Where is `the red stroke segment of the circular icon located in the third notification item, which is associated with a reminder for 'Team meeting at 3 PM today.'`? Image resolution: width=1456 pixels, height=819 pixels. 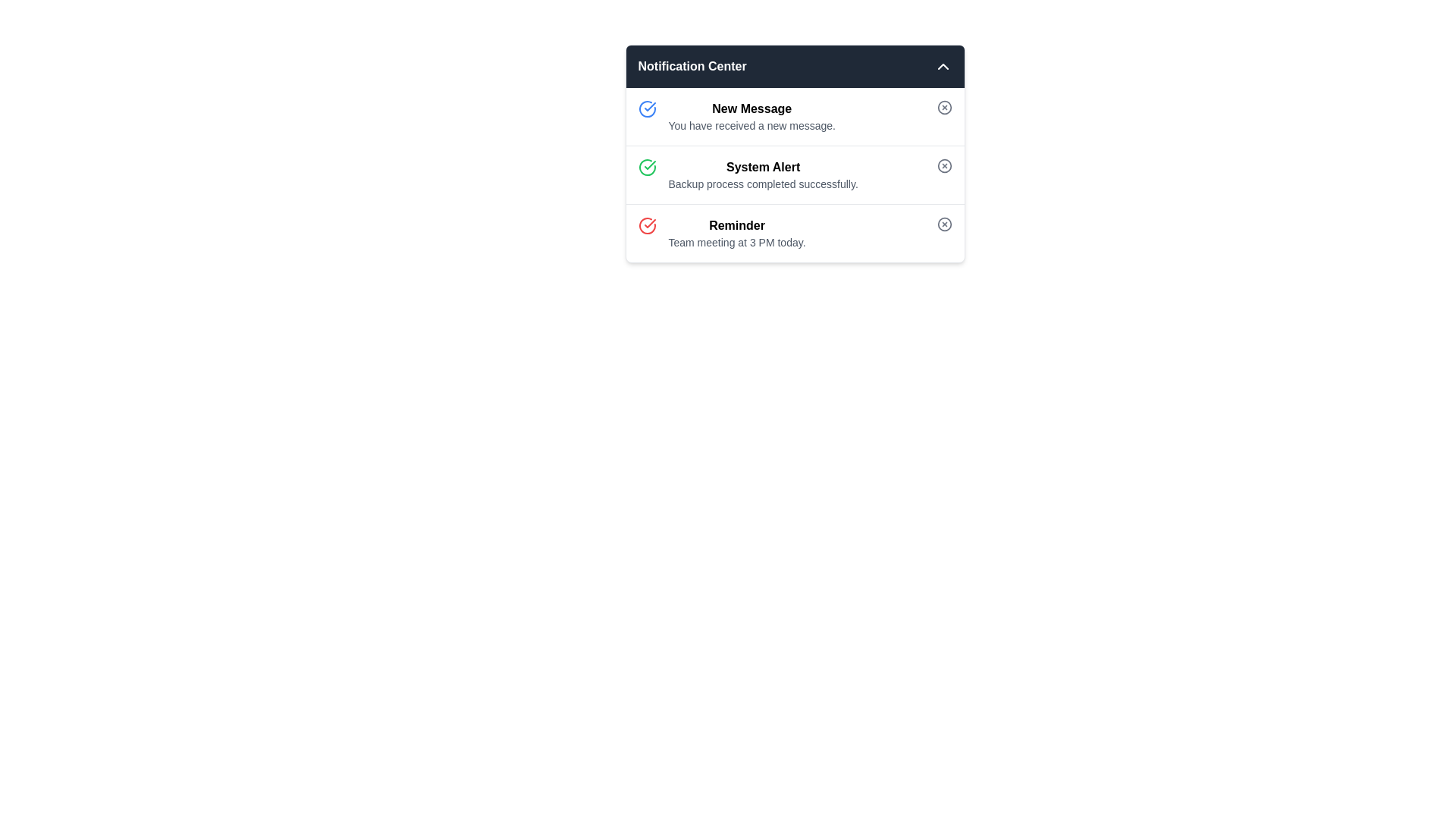 the red stroke segment of the circular icon located in the third notification item, which is associated with a reminder for 'Team meeting at 3 PM today.' is located at coordinates (647, 225).